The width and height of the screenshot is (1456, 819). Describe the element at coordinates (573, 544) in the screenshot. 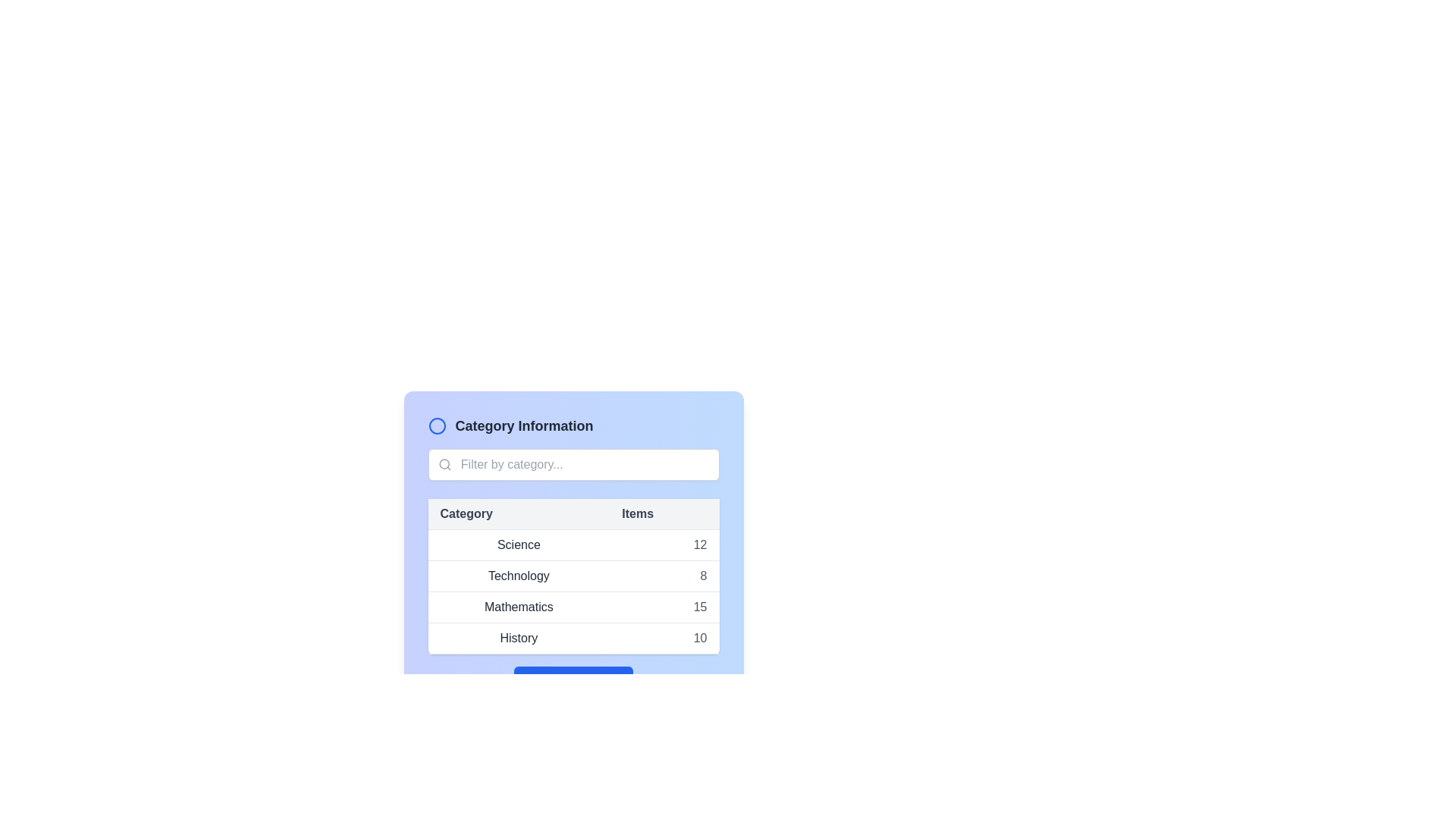

I see `the first table row displaying the category name 'Science' and its item count '12'` at that location.